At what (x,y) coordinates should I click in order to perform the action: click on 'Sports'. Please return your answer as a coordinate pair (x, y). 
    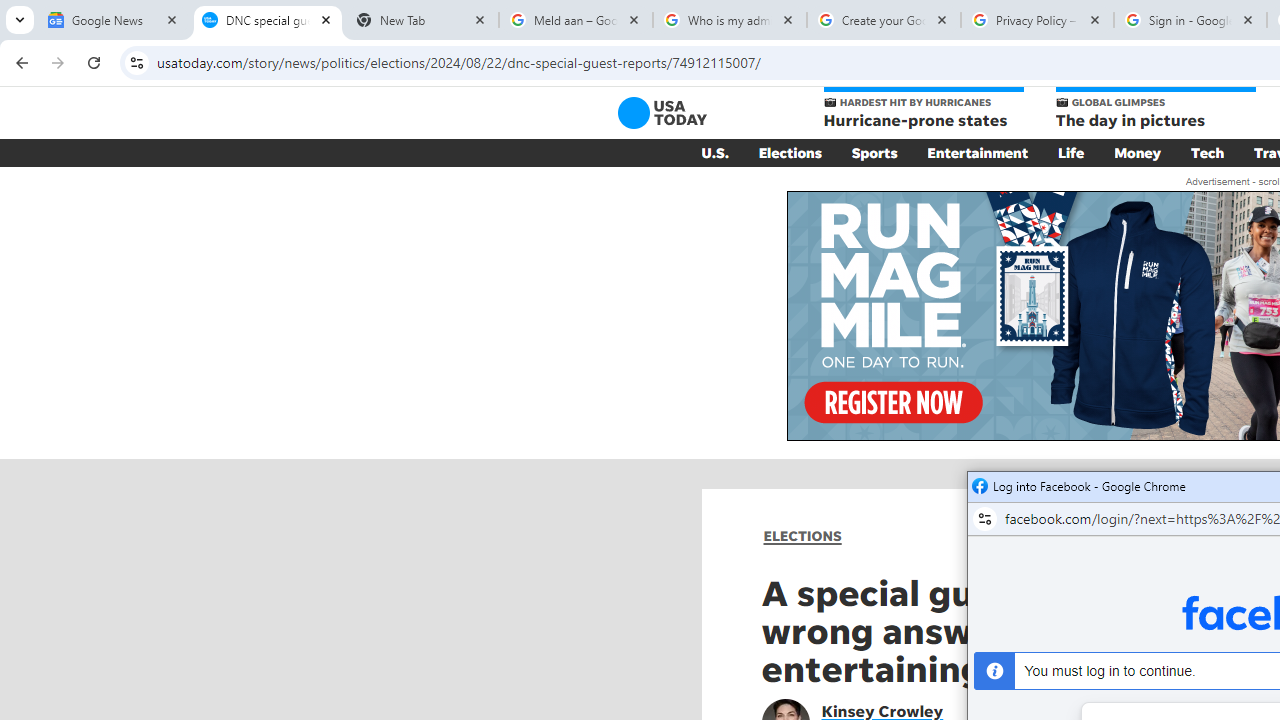
    Looking at the image, I should click on (874, 152).